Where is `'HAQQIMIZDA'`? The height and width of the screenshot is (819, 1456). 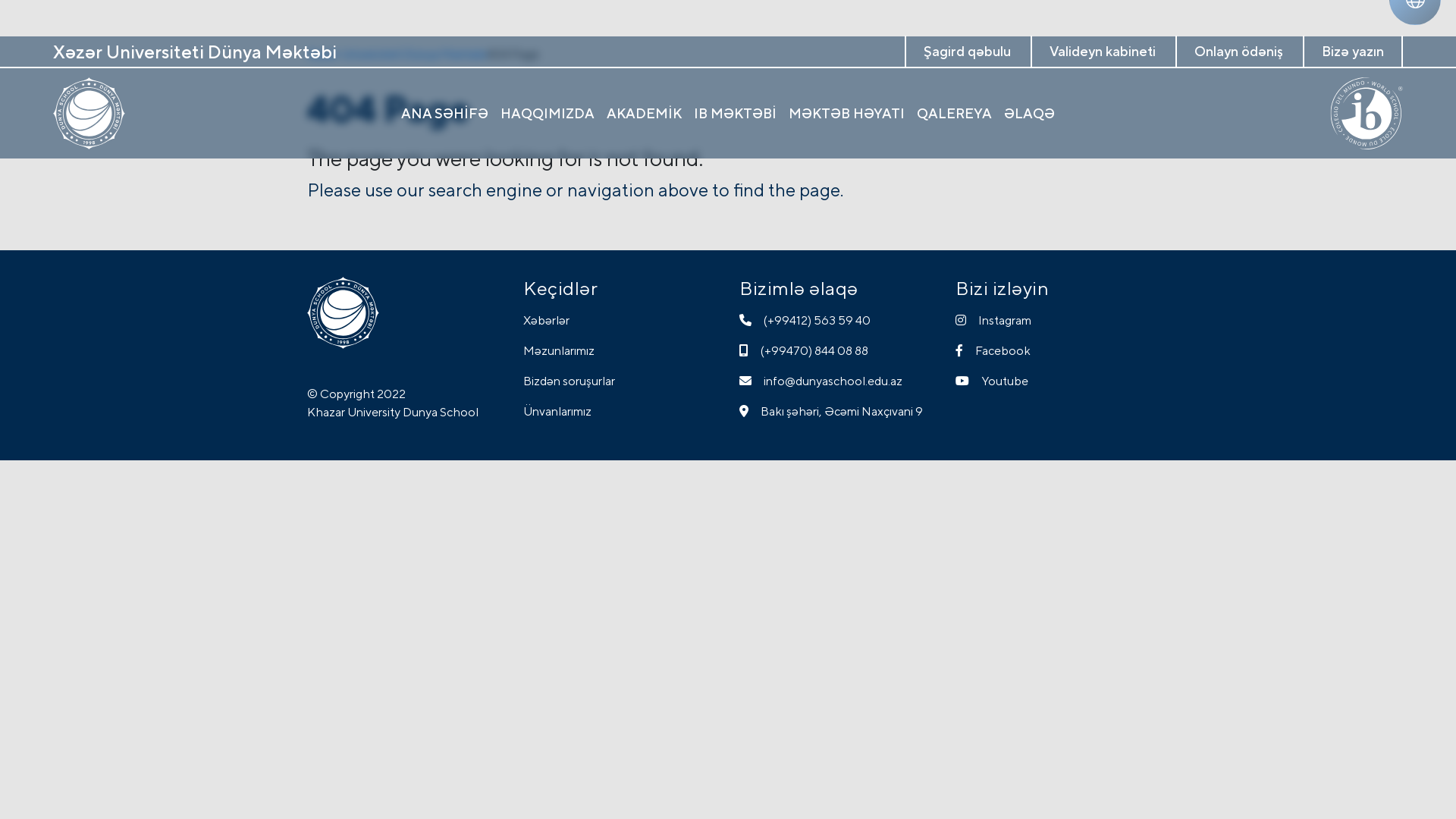 'HAQQIMIZDA' is located at coordinates (494, 113).